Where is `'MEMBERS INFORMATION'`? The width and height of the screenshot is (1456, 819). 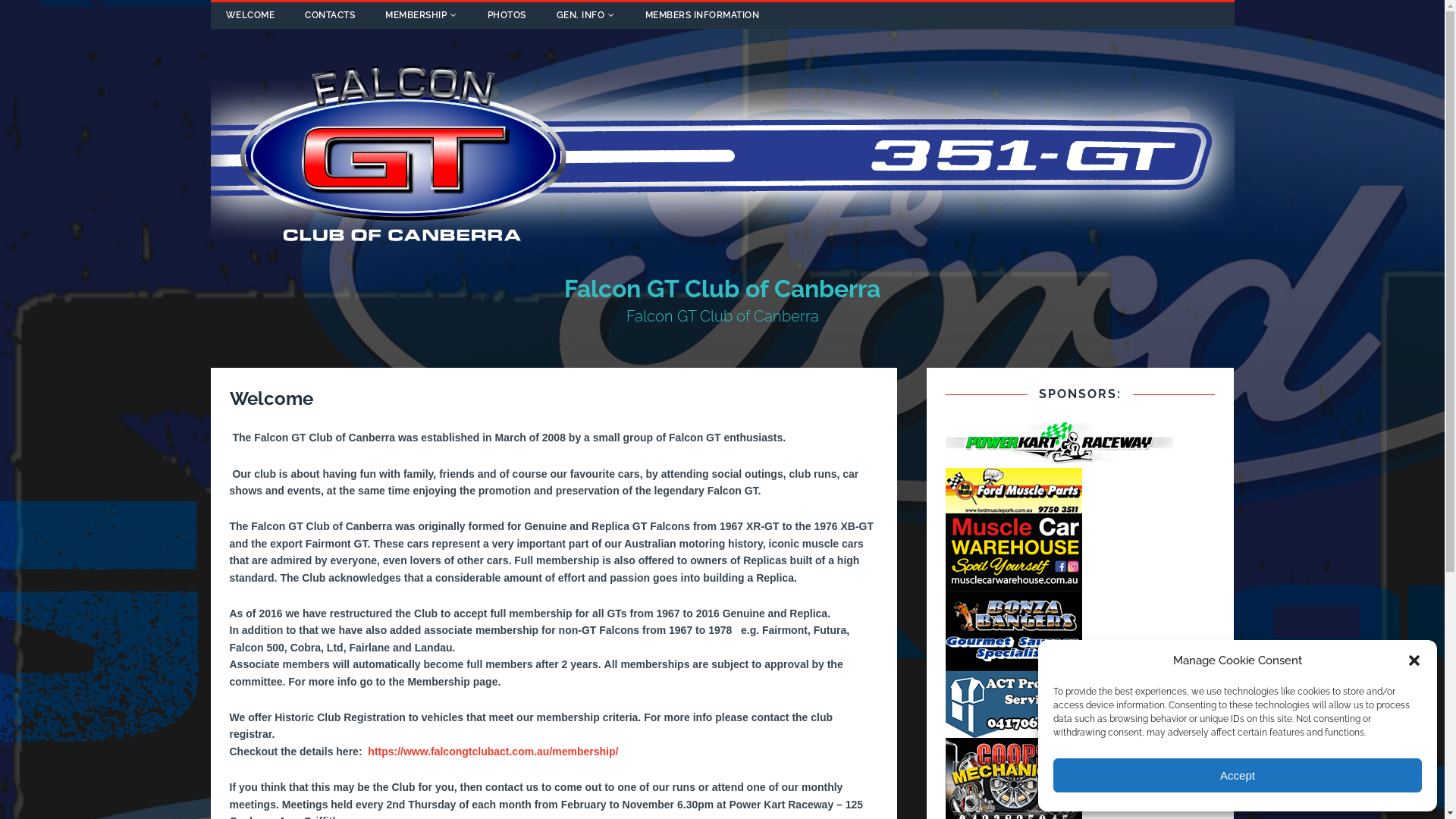 'MEMBERS INFORMATION' is located at coordinates (701, 15).